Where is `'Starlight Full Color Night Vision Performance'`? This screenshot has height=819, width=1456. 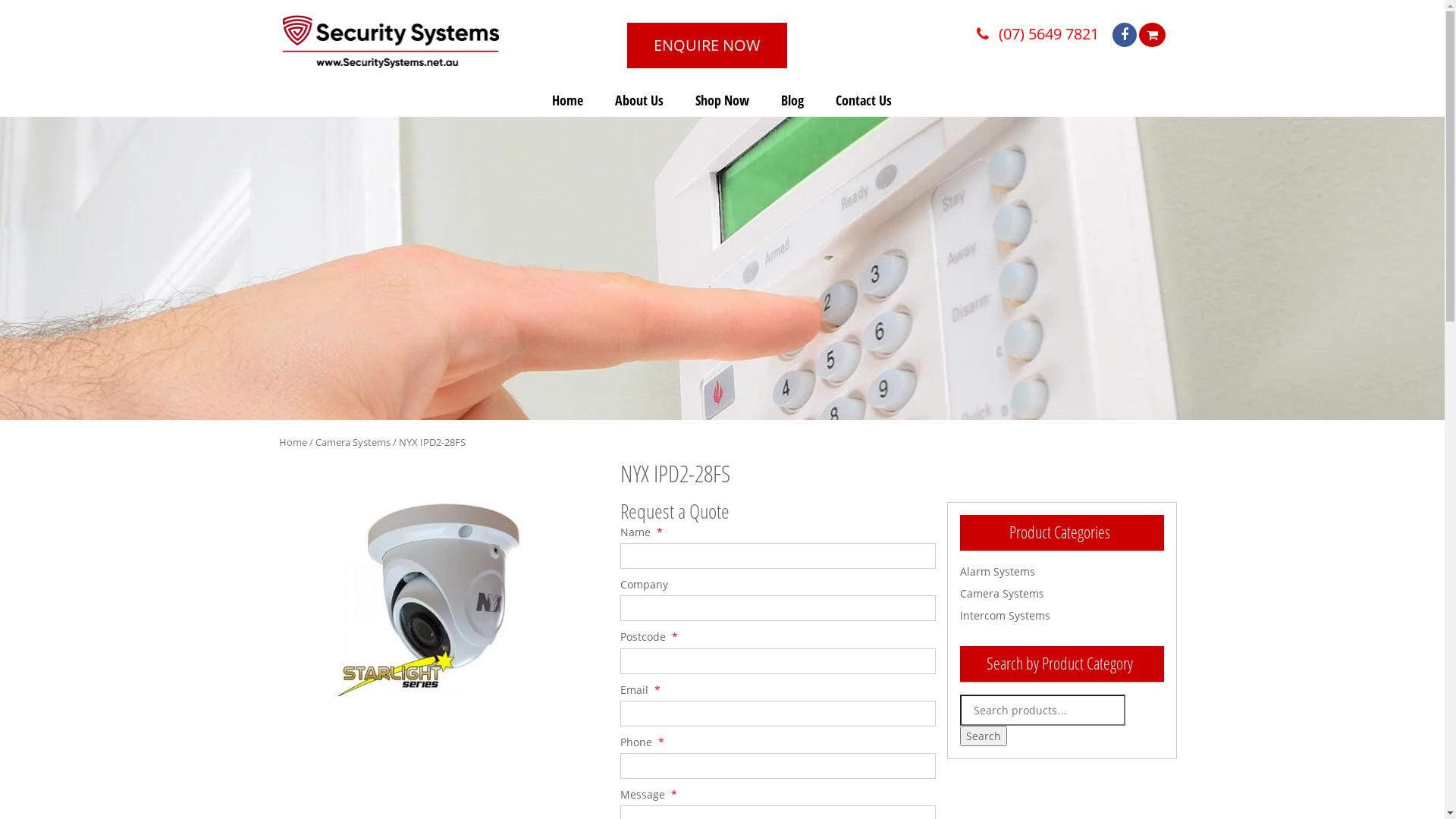 'Starlight Full Color Night Vision Performance' is located at coordinates (436, 596).